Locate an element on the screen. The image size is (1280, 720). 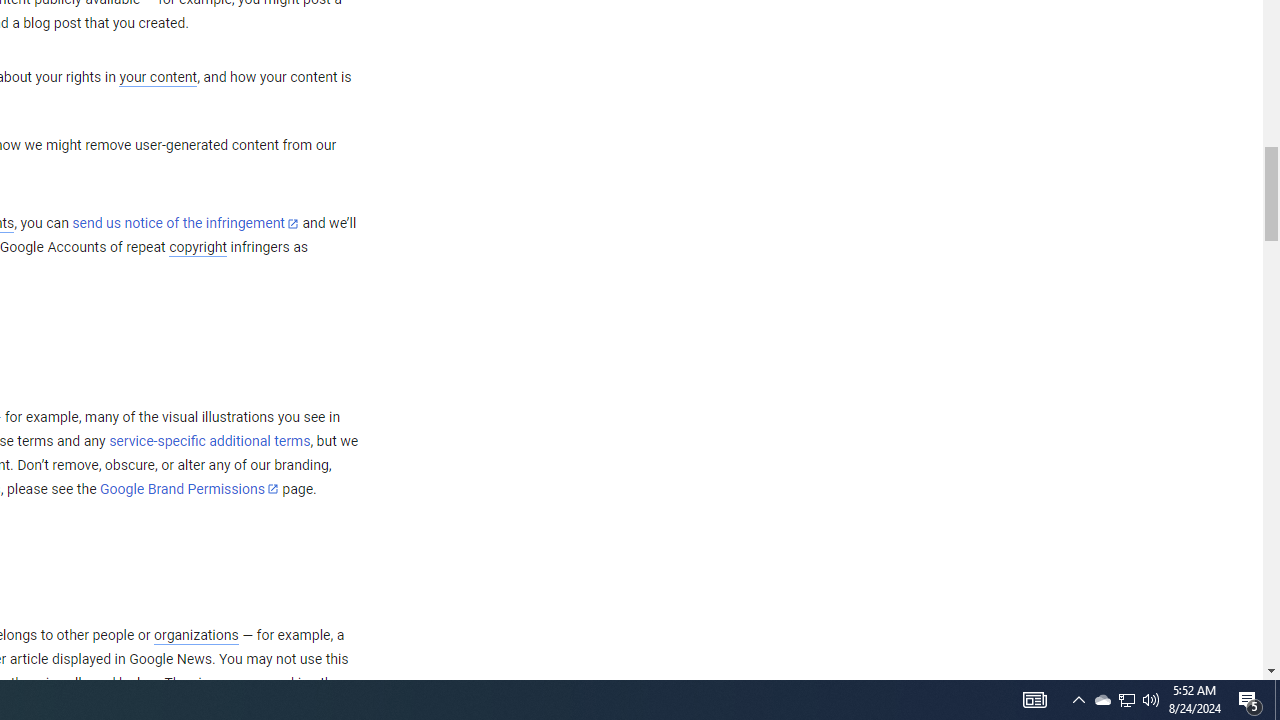
'your content' is located at coordinates (157, 77).